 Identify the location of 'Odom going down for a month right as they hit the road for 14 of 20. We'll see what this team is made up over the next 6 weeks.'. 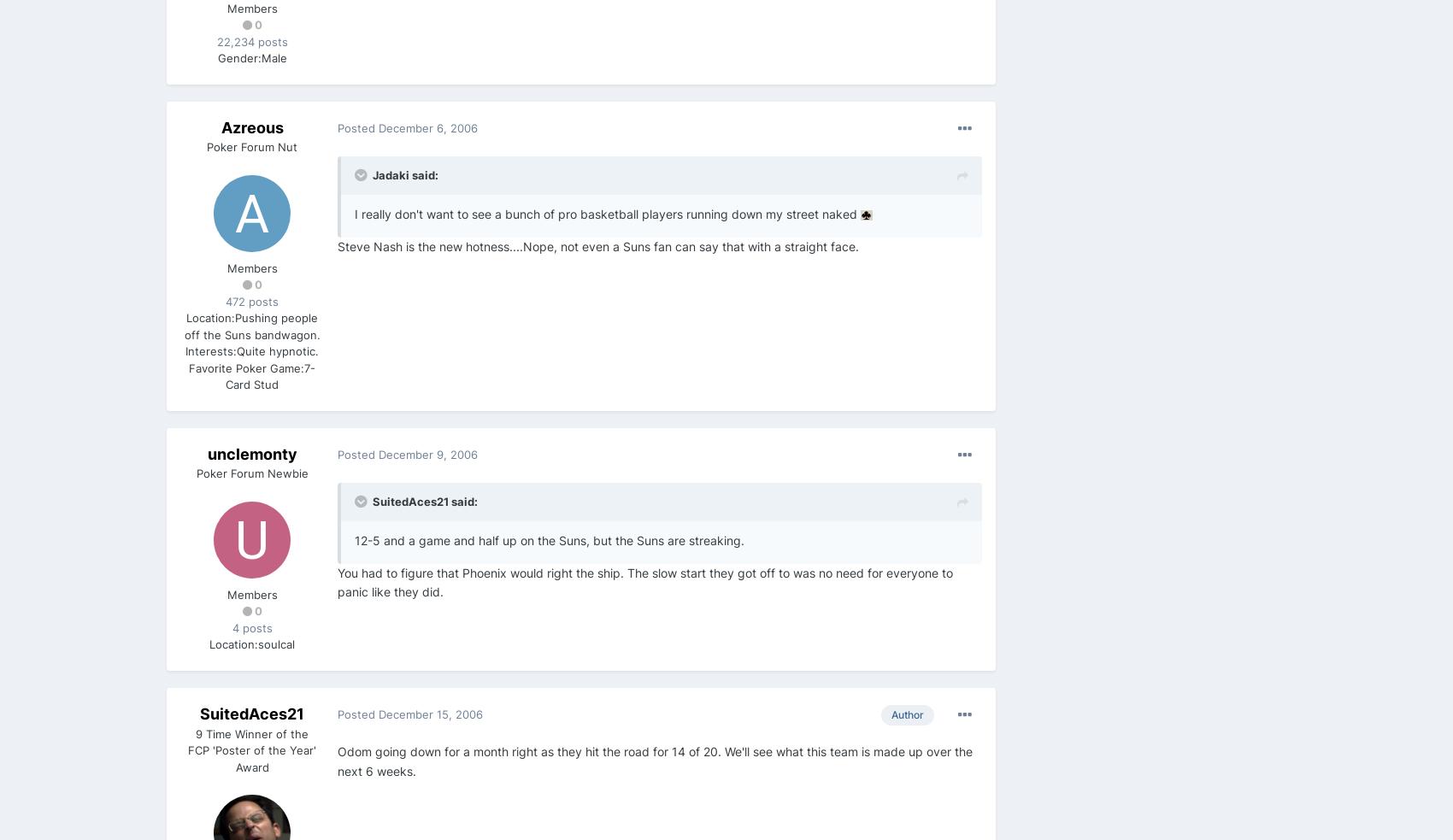
(654, 761).